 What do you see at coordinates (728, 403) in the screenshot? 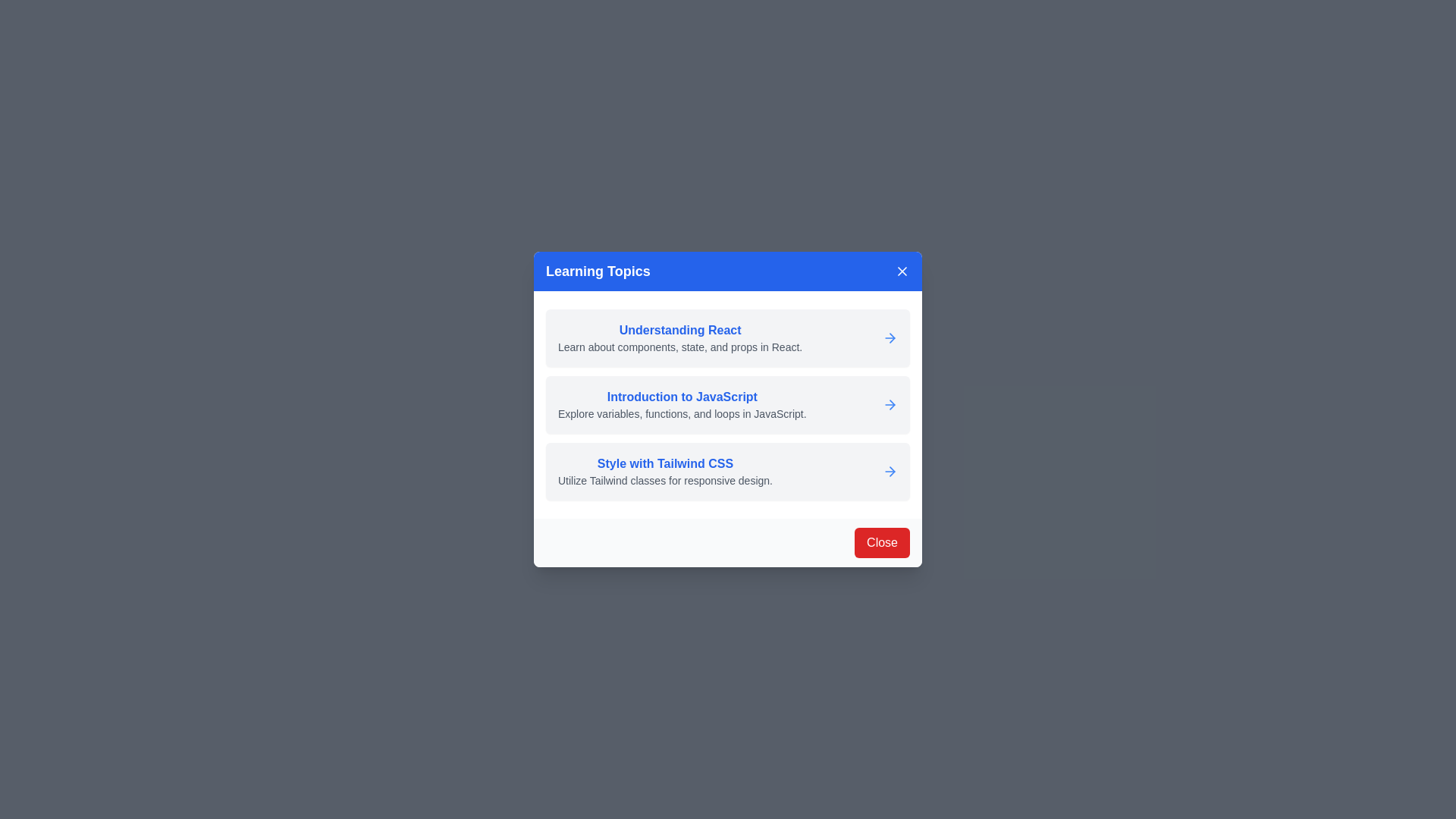
I see `the central informational card within the 'Learning Topics' modal` at bounding box center [728, 403].